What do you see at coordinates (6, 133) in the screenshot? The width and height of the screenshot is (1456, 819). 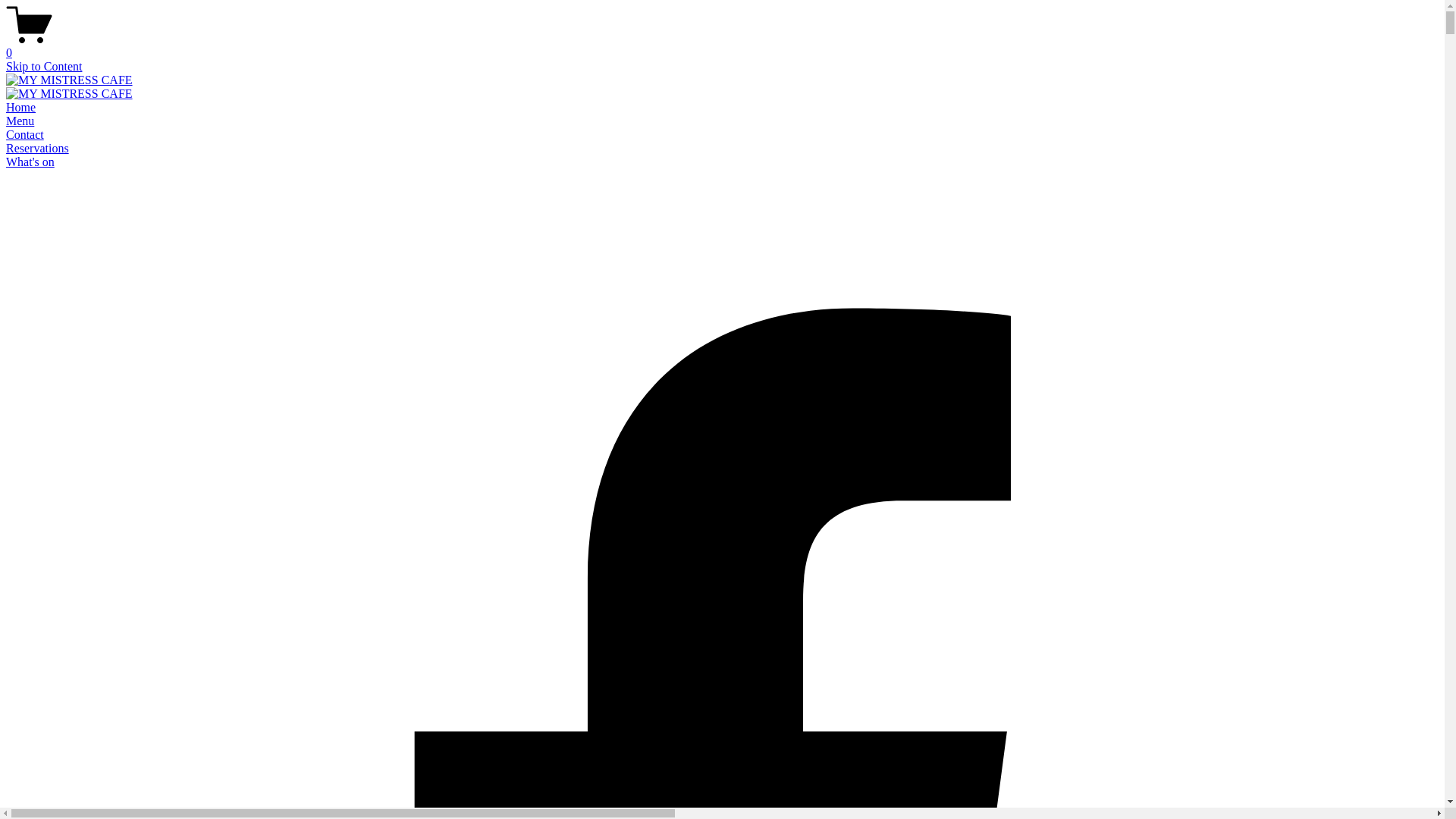 I see `'Contact'` at bounding box center [6, 133].